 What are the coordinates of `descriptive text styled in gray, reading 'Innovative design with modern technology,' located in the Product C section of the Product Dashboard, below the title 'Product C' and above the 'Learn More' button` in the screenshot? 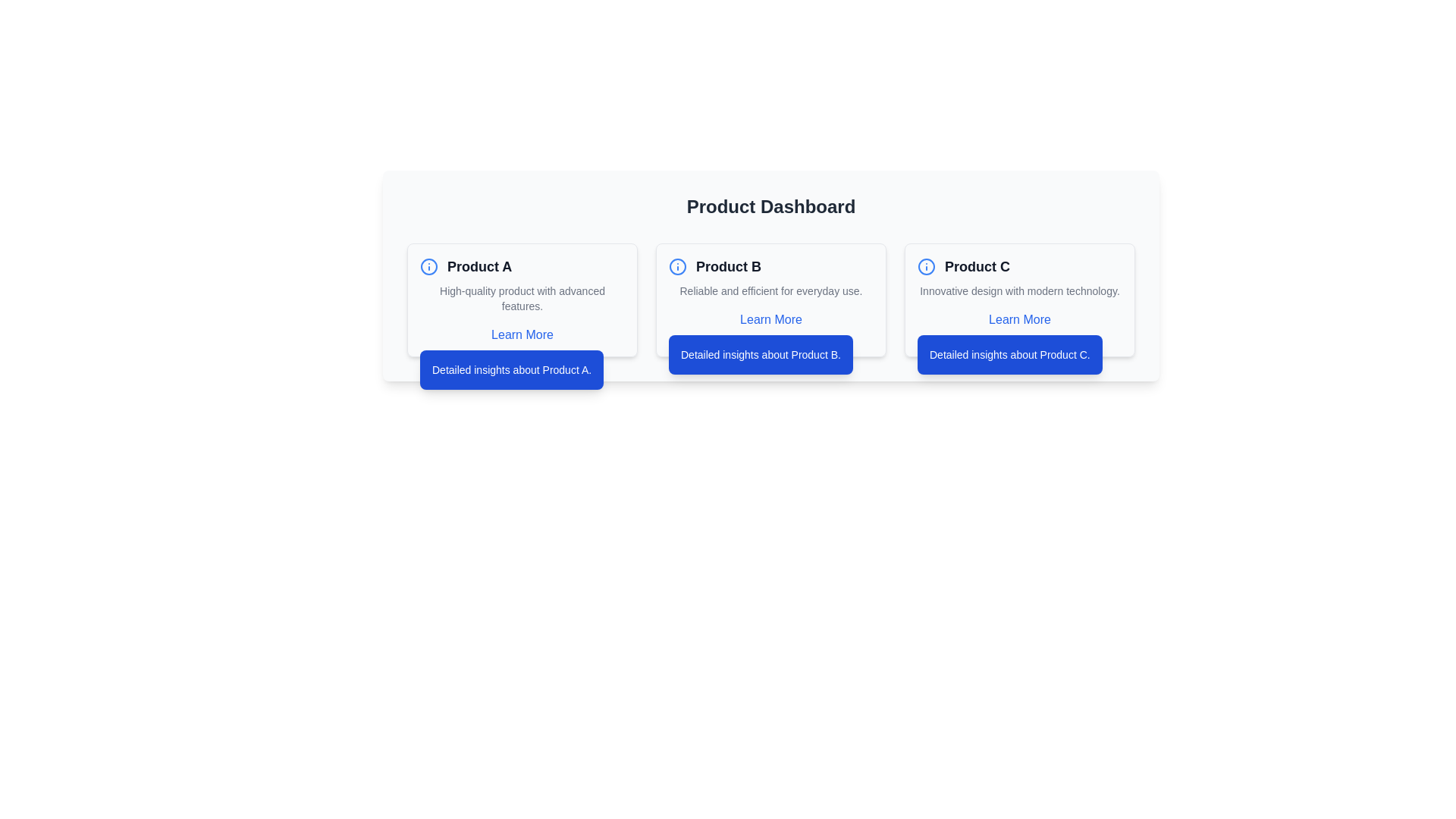 It's located at (1019, 291).